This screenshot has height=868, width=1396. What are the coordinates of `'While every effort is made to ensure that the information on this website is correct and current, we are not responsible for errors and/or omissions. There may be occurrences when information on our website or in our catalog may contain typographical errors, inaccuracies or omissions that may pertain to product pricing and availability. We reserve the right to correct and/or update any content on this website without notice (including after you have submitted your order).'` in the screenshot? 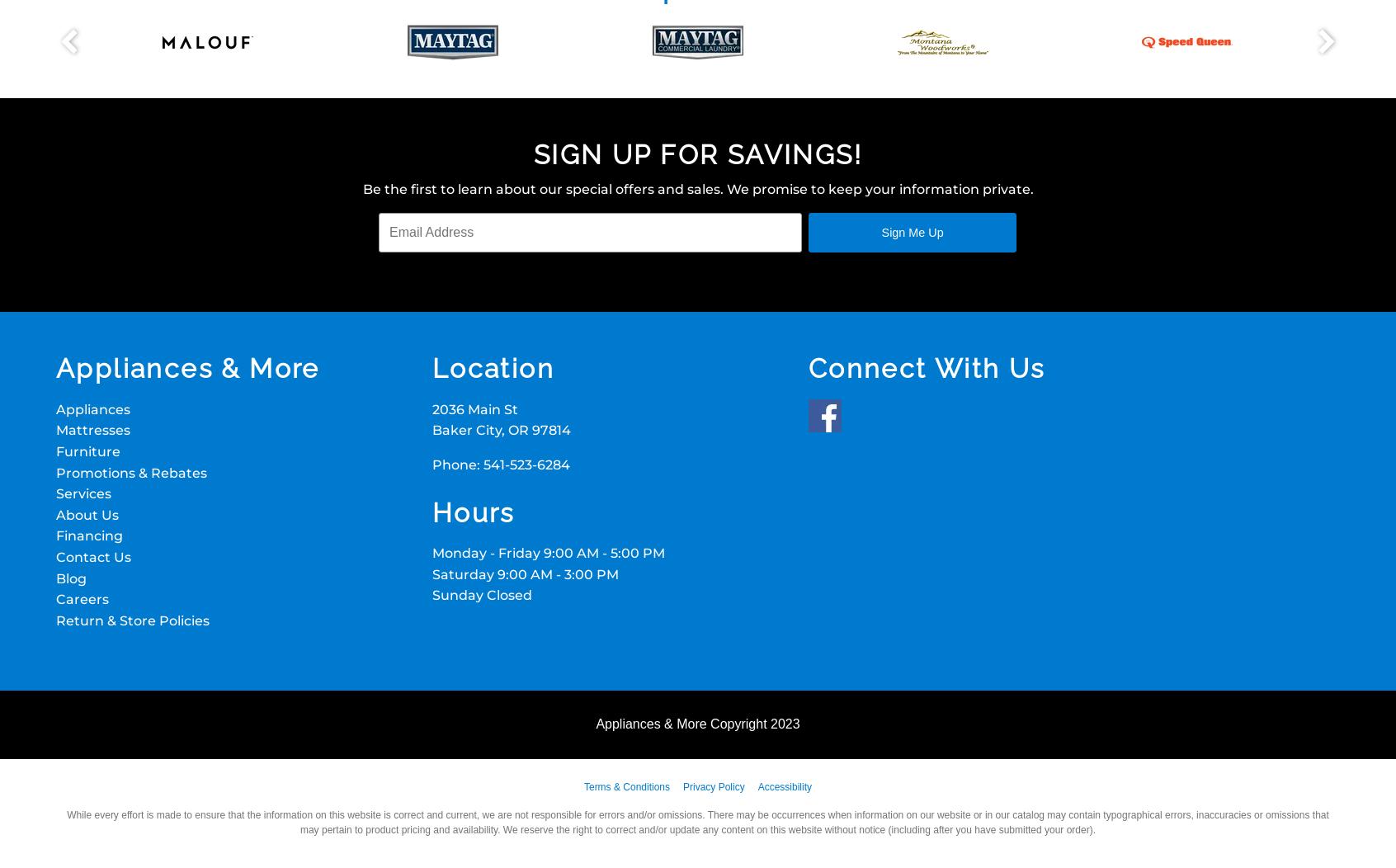 It's located at (697, 822).